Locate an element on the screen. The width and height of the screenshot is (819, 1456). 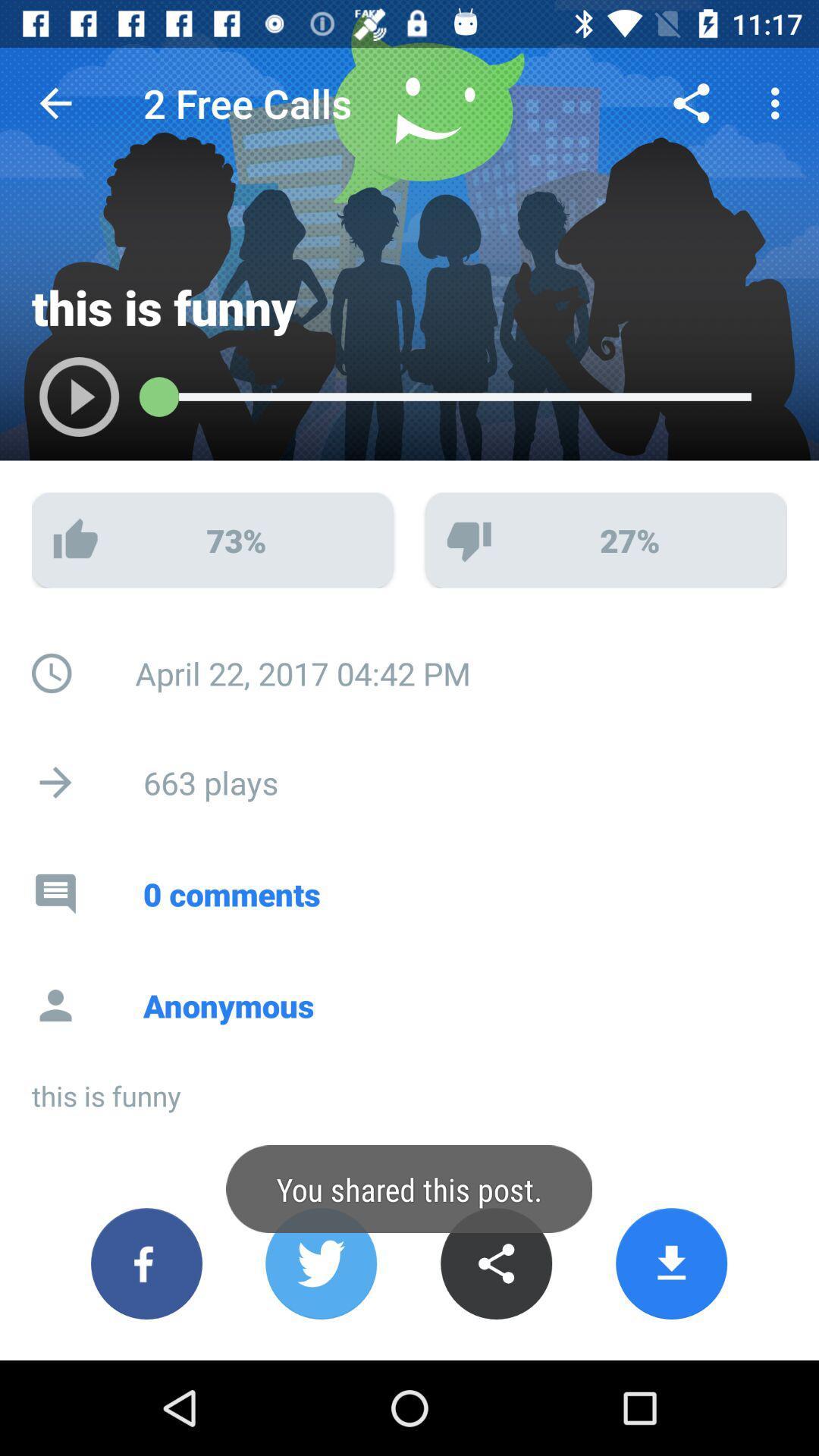
share is located at coordinates (496, 1263).